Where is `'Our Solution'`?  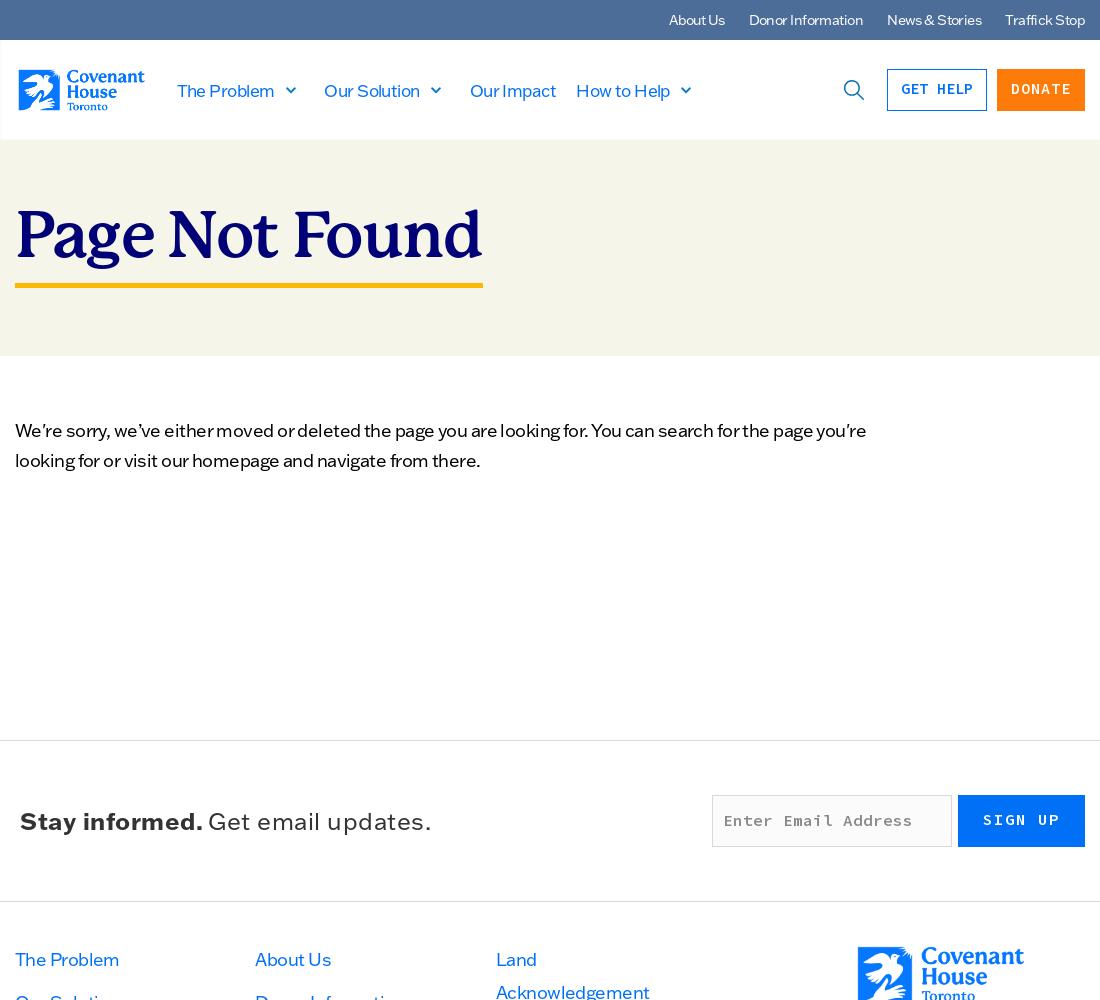
'Our Solution' is located at coordinates (322, 88).